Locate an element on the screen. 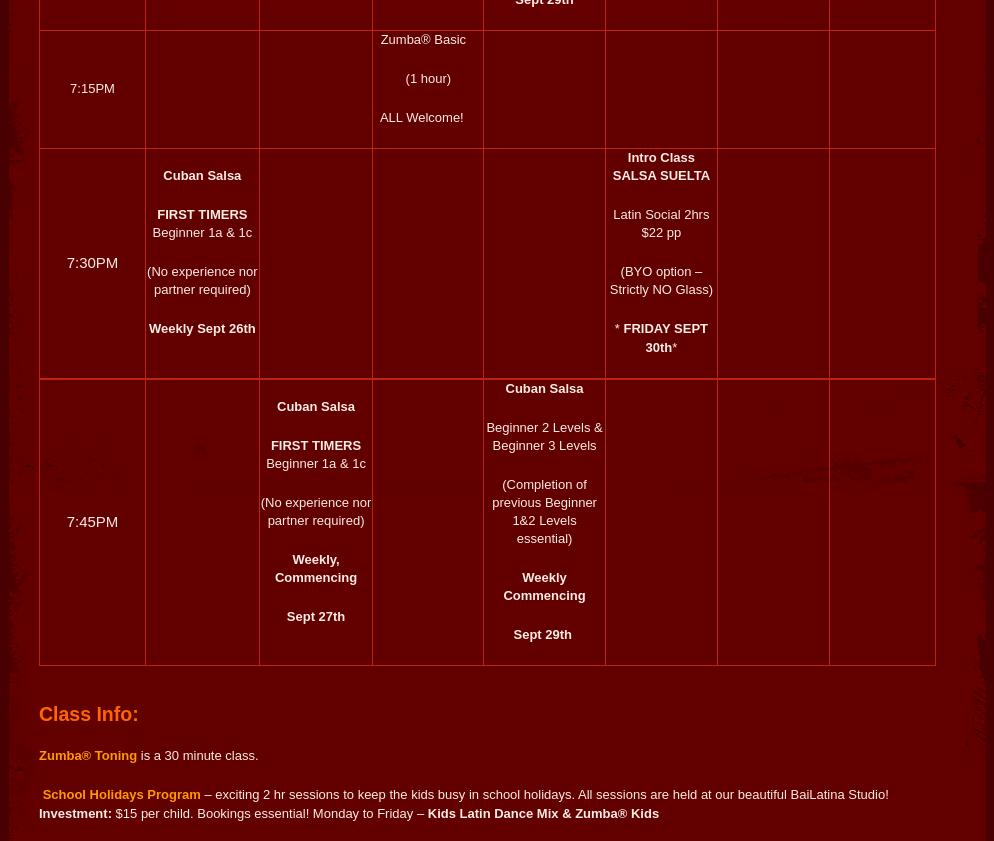 The width and height of the screenshot is (994, 841). 'School Holidays Program' is located at coordinates (119, 794).